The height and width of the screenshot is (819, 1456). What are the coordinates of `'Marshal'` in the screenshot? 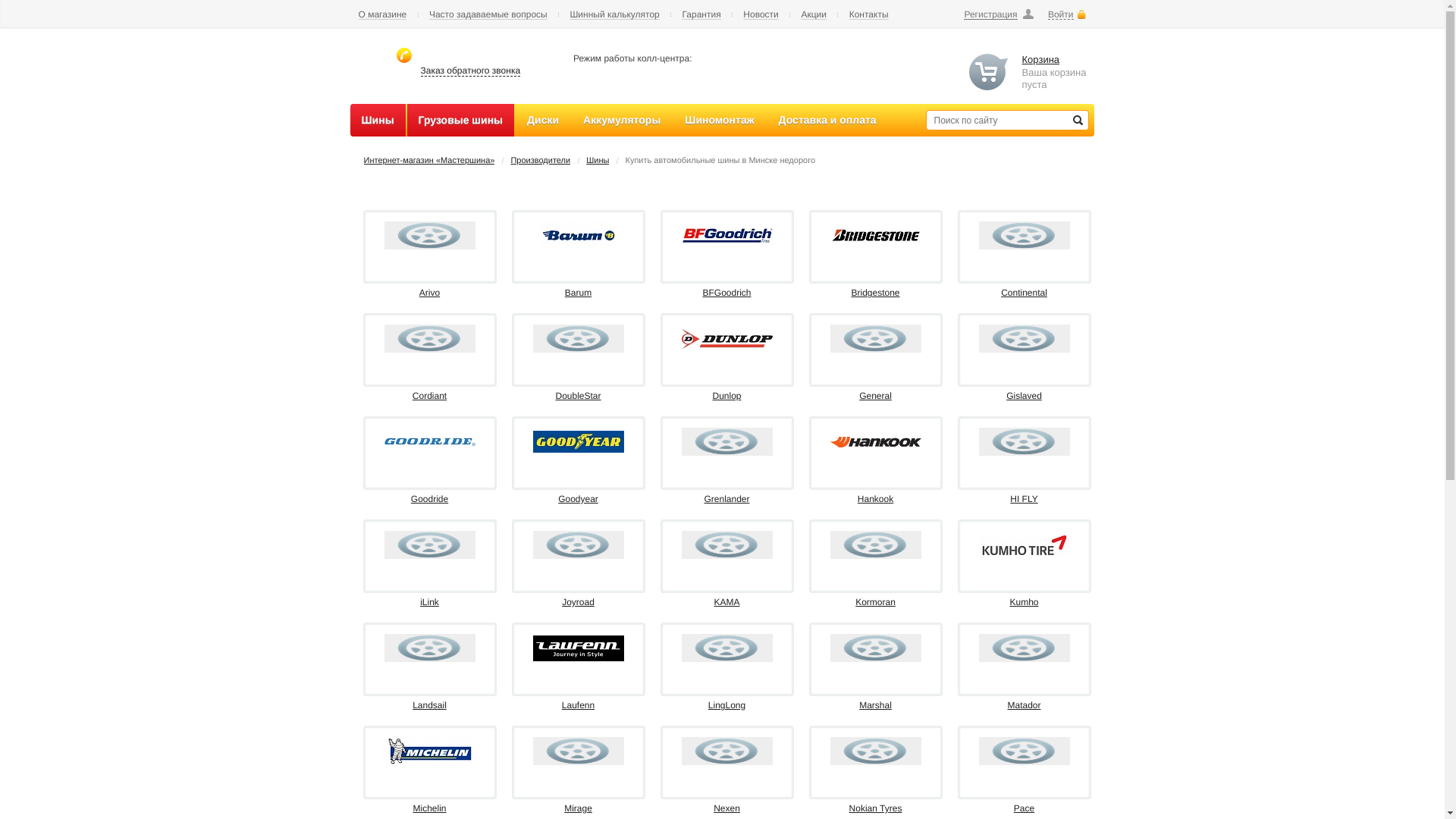 It's located at (875, 704).